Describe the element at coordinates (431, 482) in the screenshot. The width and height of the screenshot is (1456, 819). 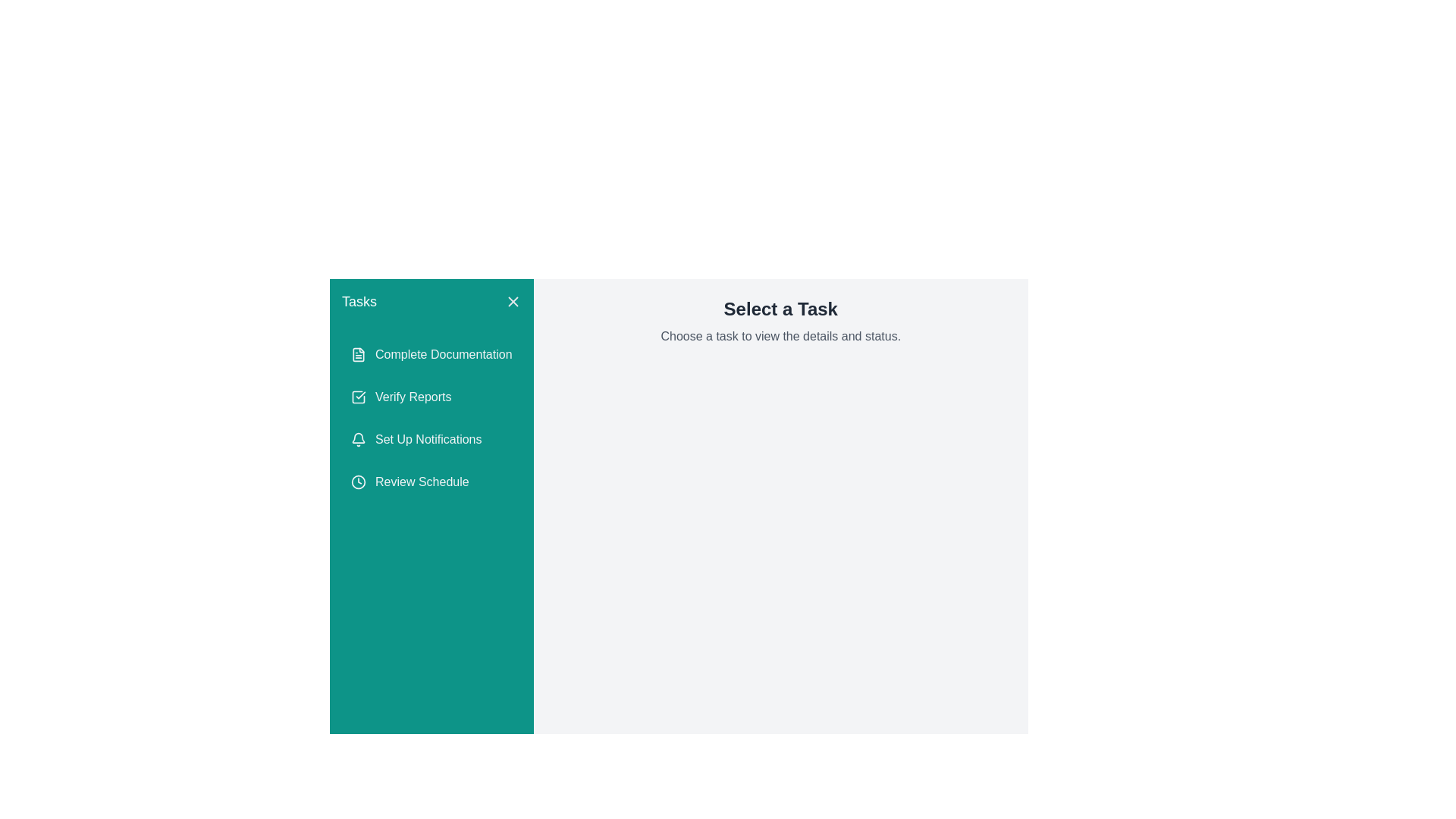
I see `the 'Review Schedule' button` at that location.